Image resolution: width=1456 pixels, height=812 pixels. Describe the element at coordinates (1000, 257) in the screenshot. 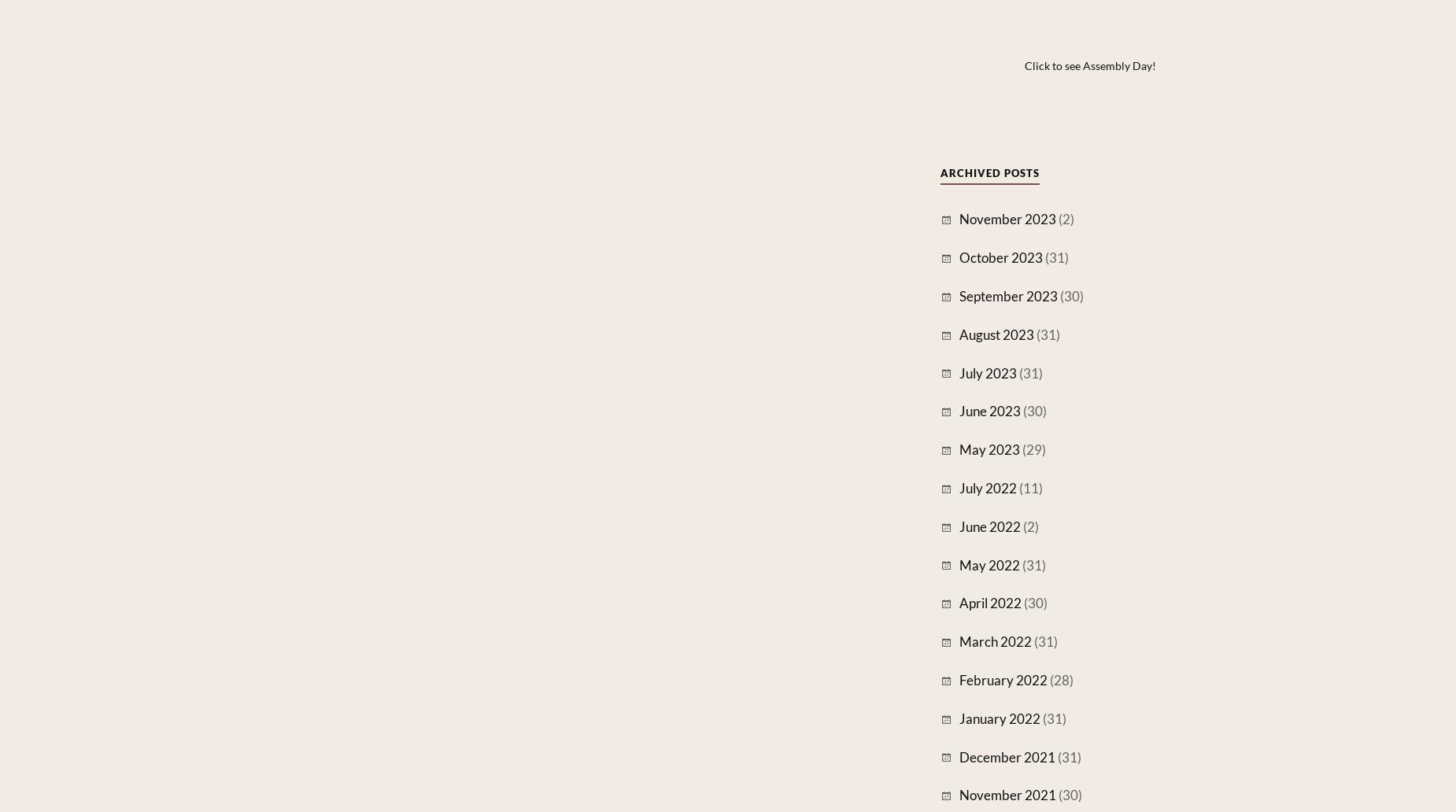

I see `'October 2023'` at that location.